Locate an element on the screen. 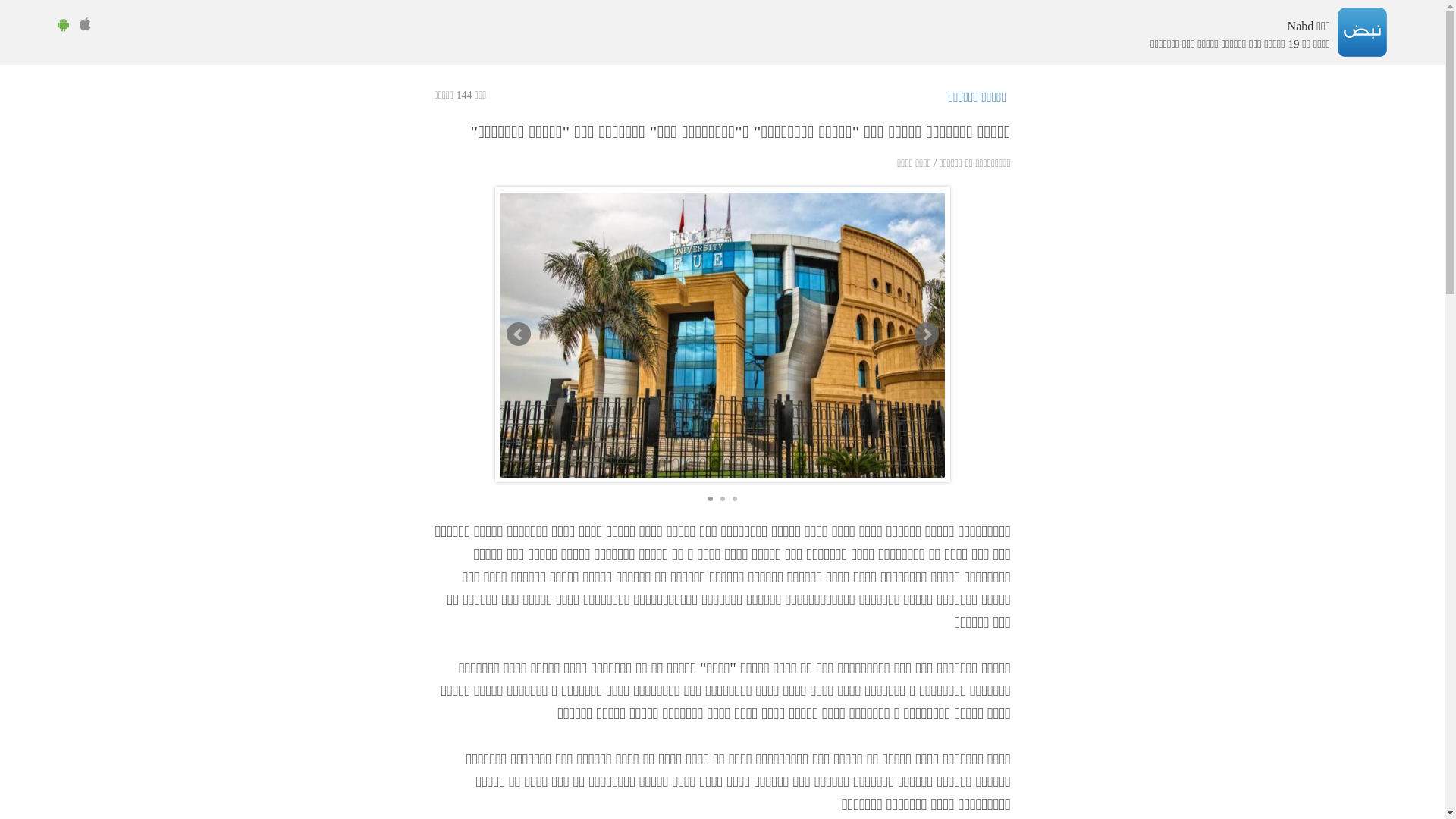 The image size is (1456, 819). 'Prev' is located at coordinates (506, 333).